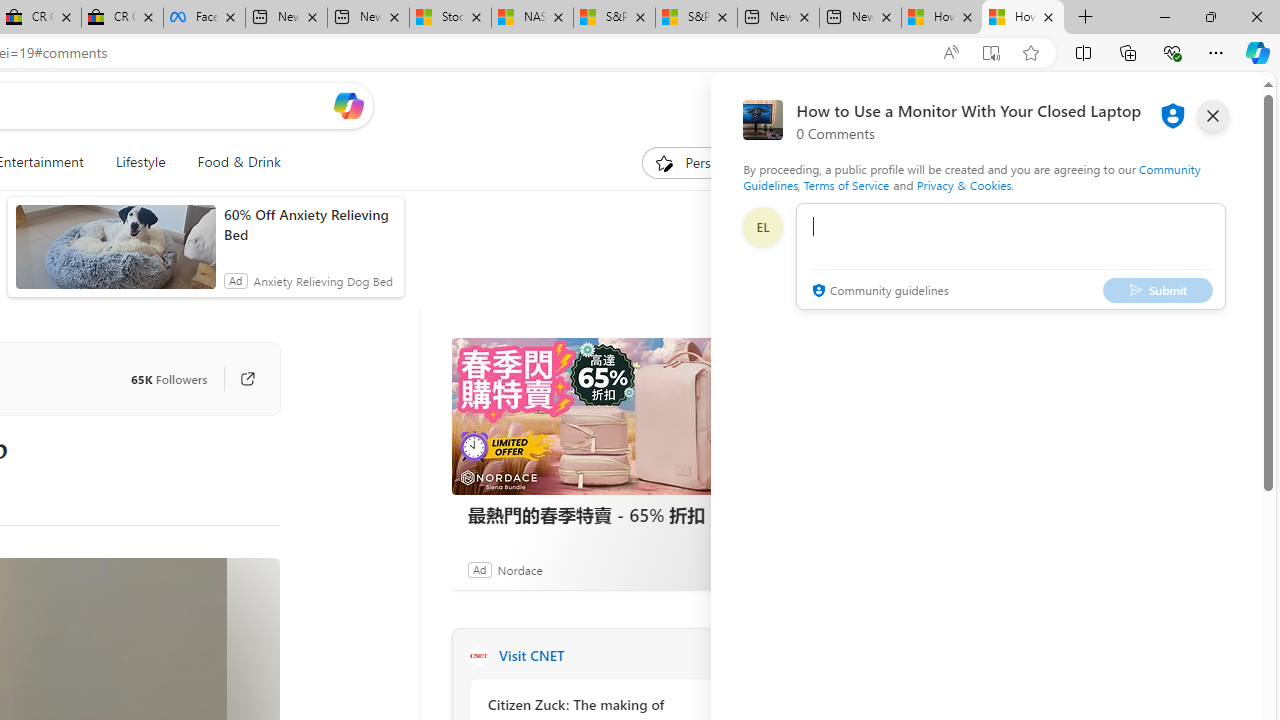  I want to click on 'Community guidelines', so click(878, 291).